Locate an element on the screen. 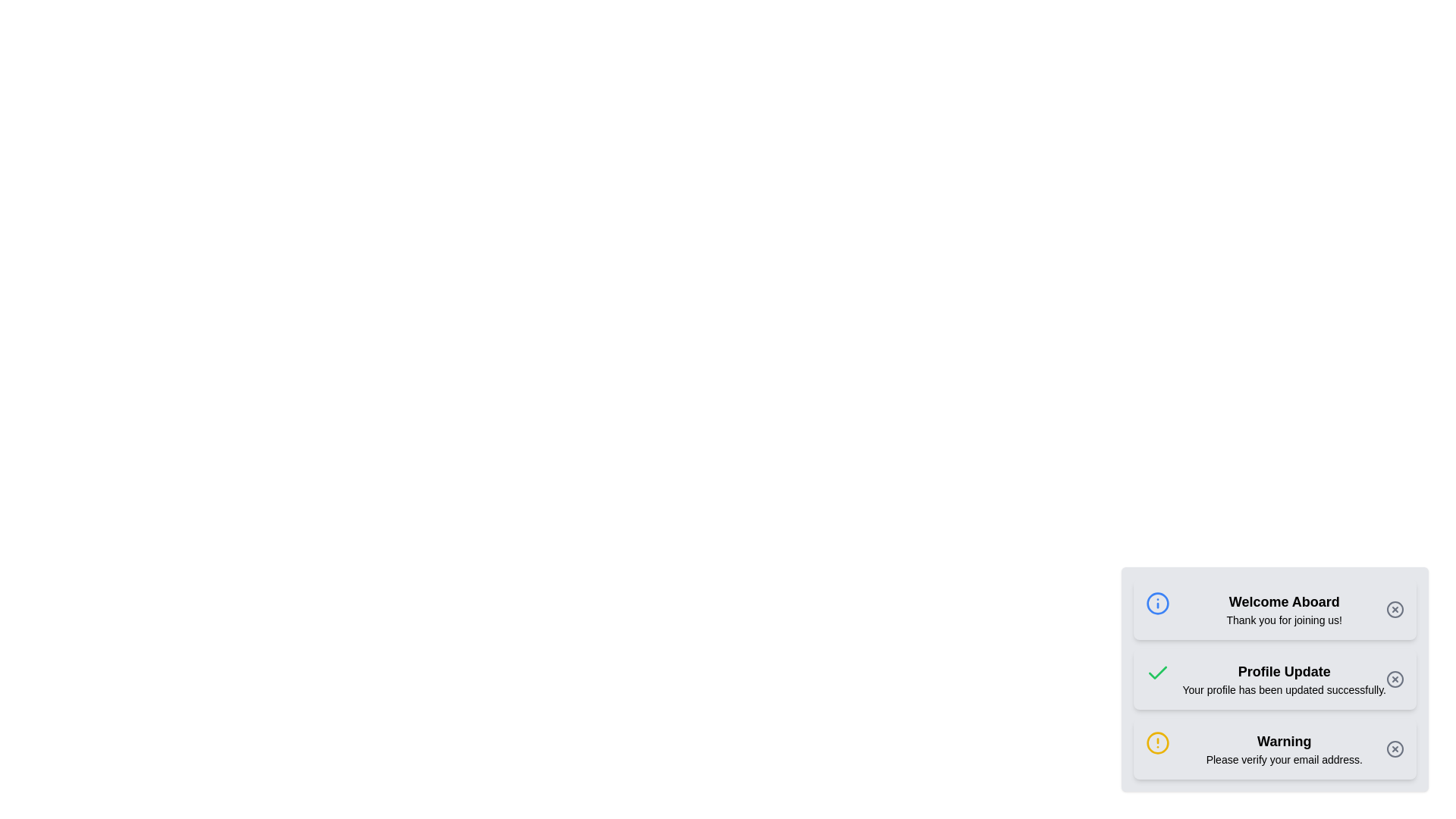 This screenshot has height=819, width=1456. the circular button with an 'X' symbol inside, located in the top-right corner of the notification card that says 'Welcome Aboard' and 'Thank you for joining us!' is located at coordinates (1395, 608).